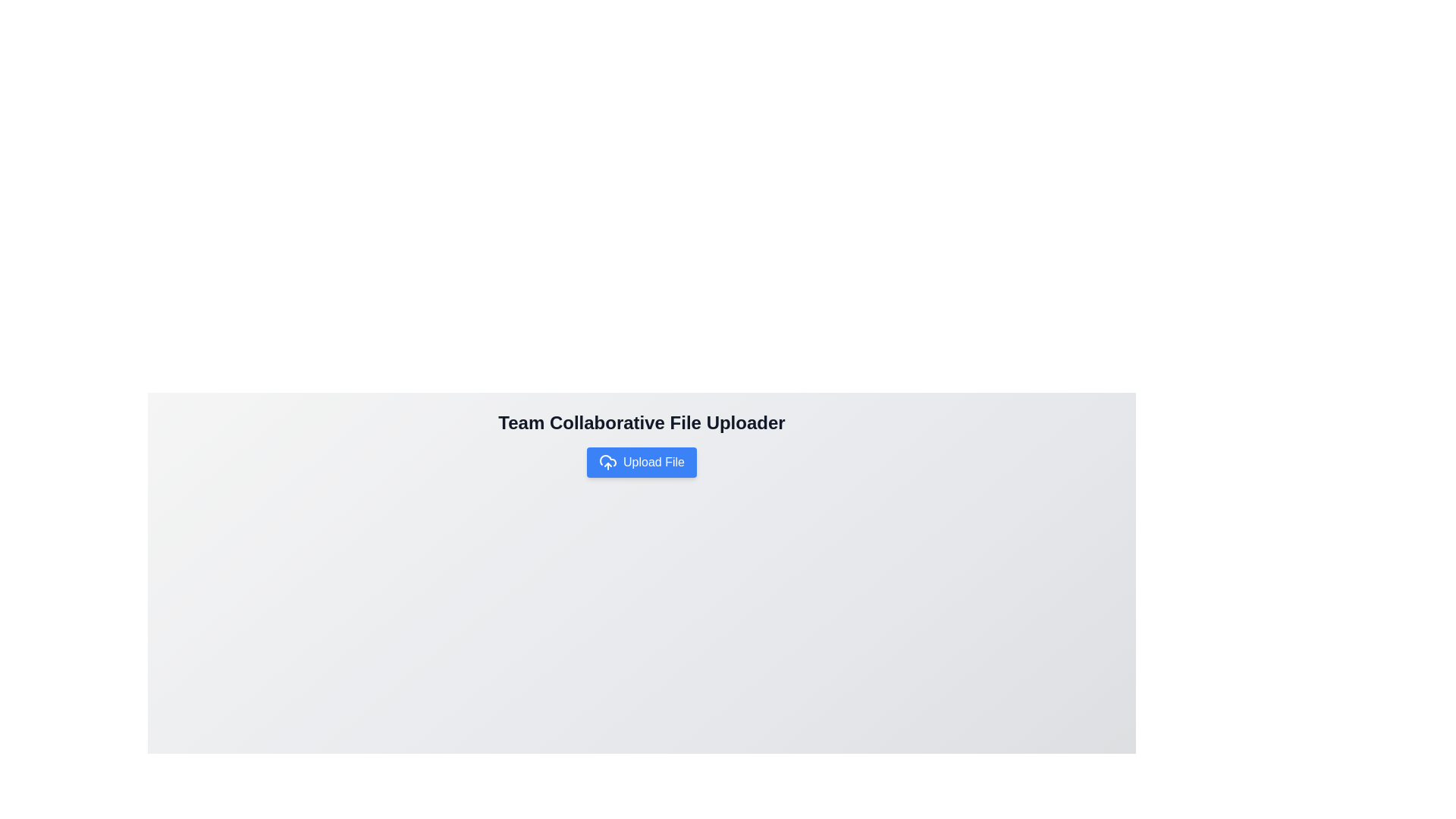 This screenshot has height=819, width=1456. I want to click on the blue rectangular button labeled 'Upload File', so click(642, 461).